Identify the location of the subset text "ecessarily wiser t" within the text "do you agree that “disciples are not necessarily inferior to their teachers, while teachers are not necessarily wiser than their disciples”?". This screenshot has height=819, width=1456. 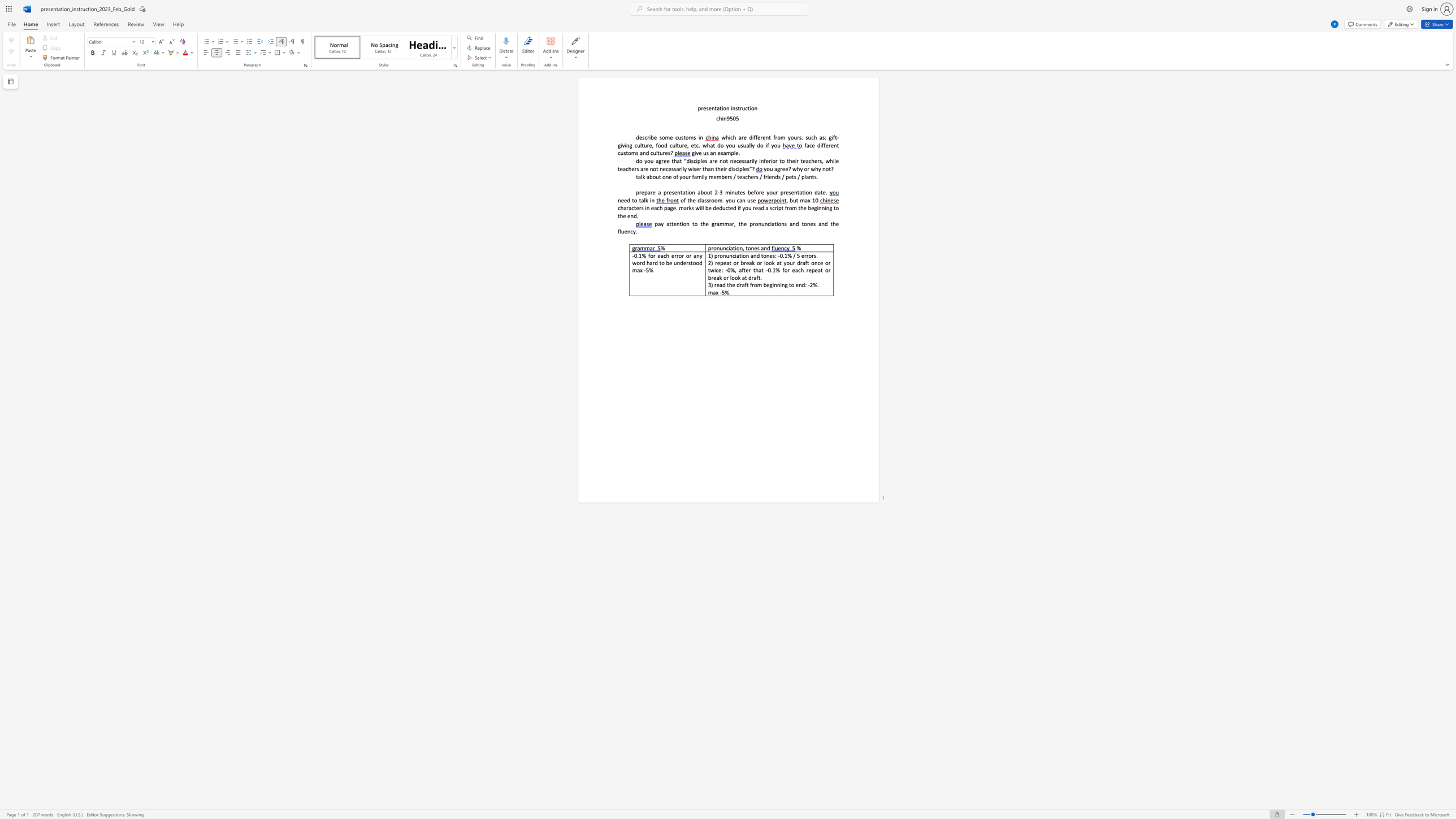
(662, 169).